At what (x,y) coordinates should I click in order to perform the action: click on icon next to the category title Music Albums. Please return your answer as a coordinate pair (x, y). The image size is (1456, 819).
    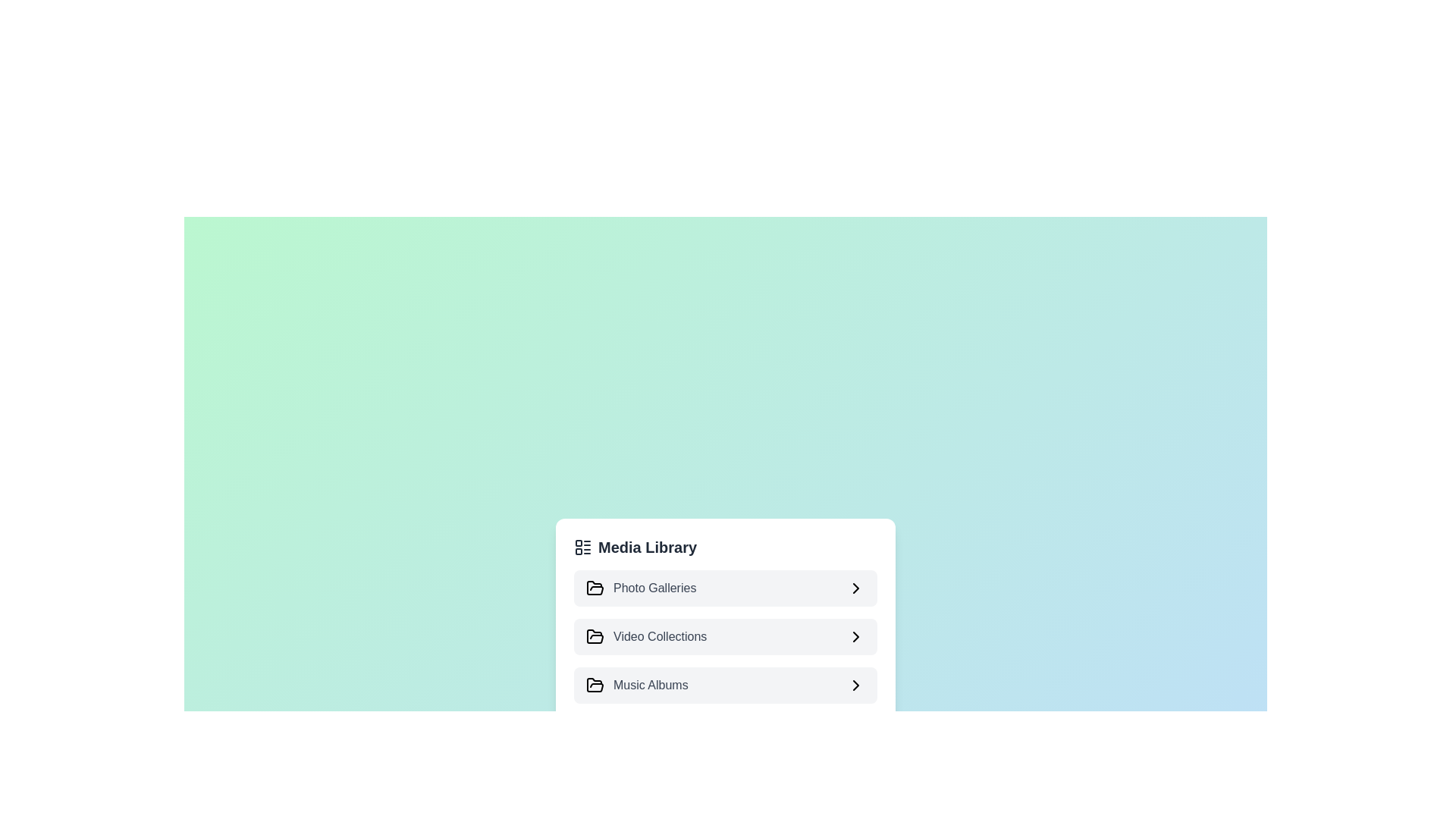
    Looking at the image, I should click on (855, 685).